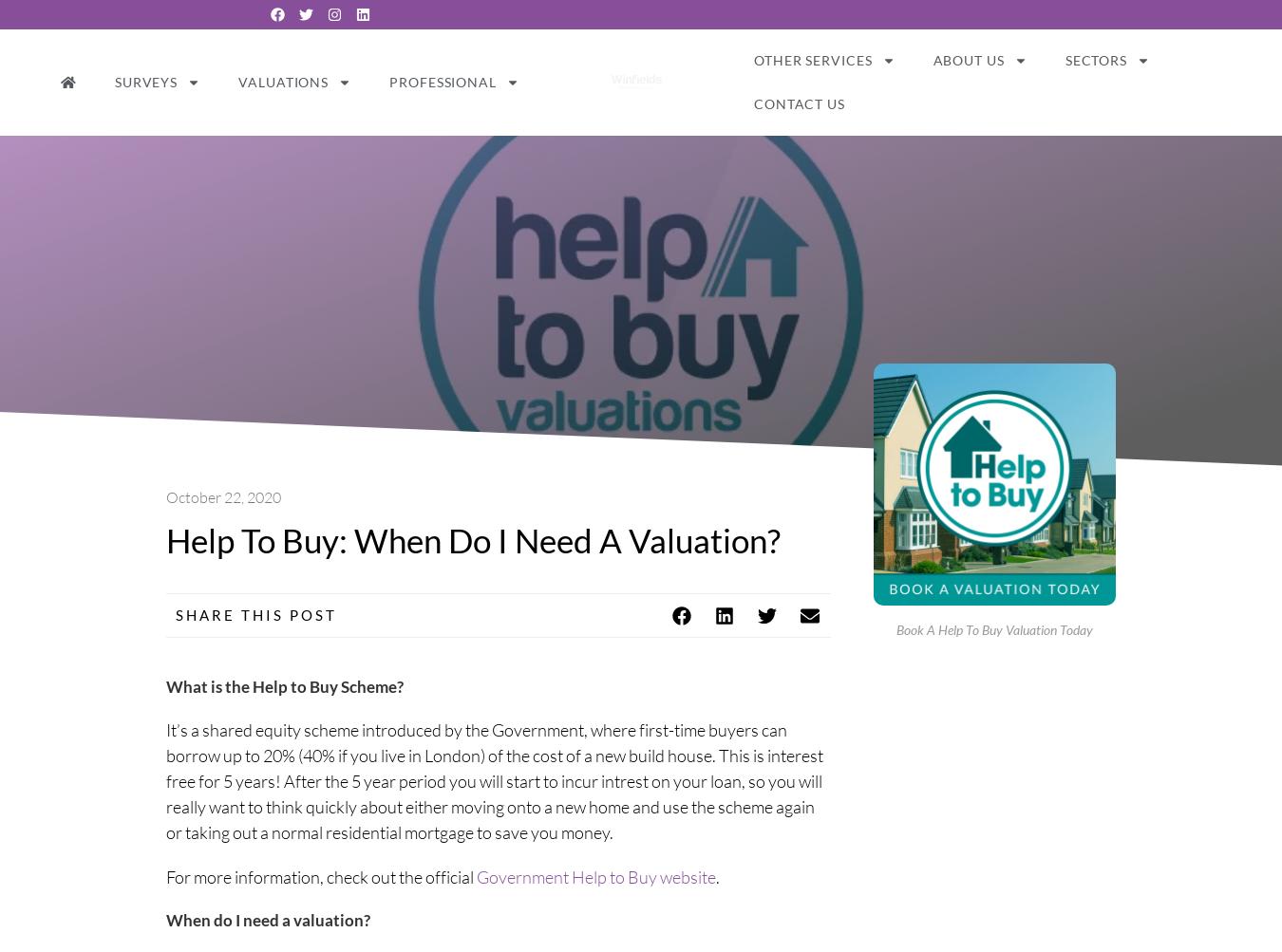 The image size is (1282, 952). Describe the element at coordinates (282, 81) in the screenshot. I see `'Valuations'` at that location.